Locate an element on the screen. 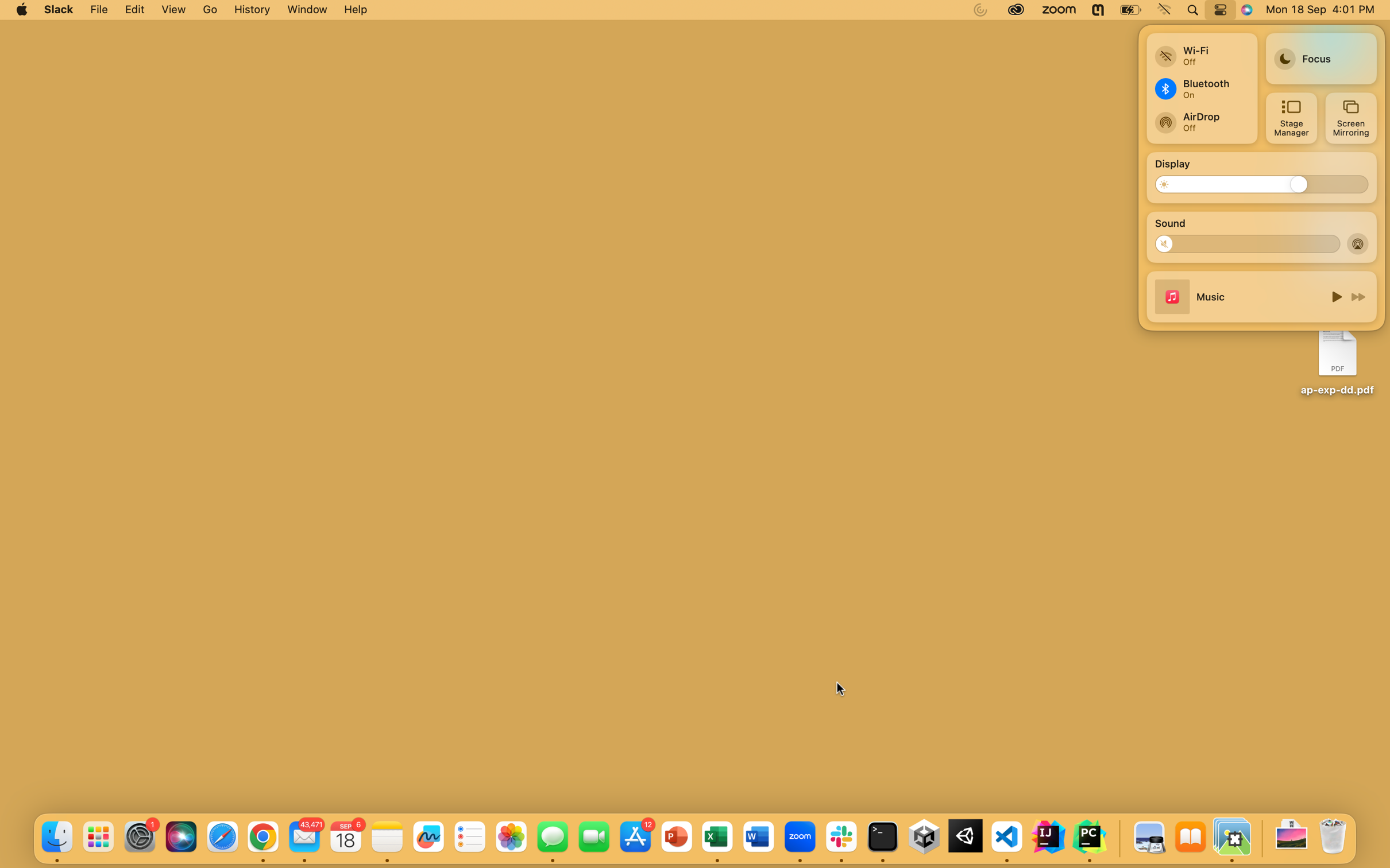 This screenshot has width=1390, height=868. Connect to a bluetooth device is located at coordinates (1200, 88).